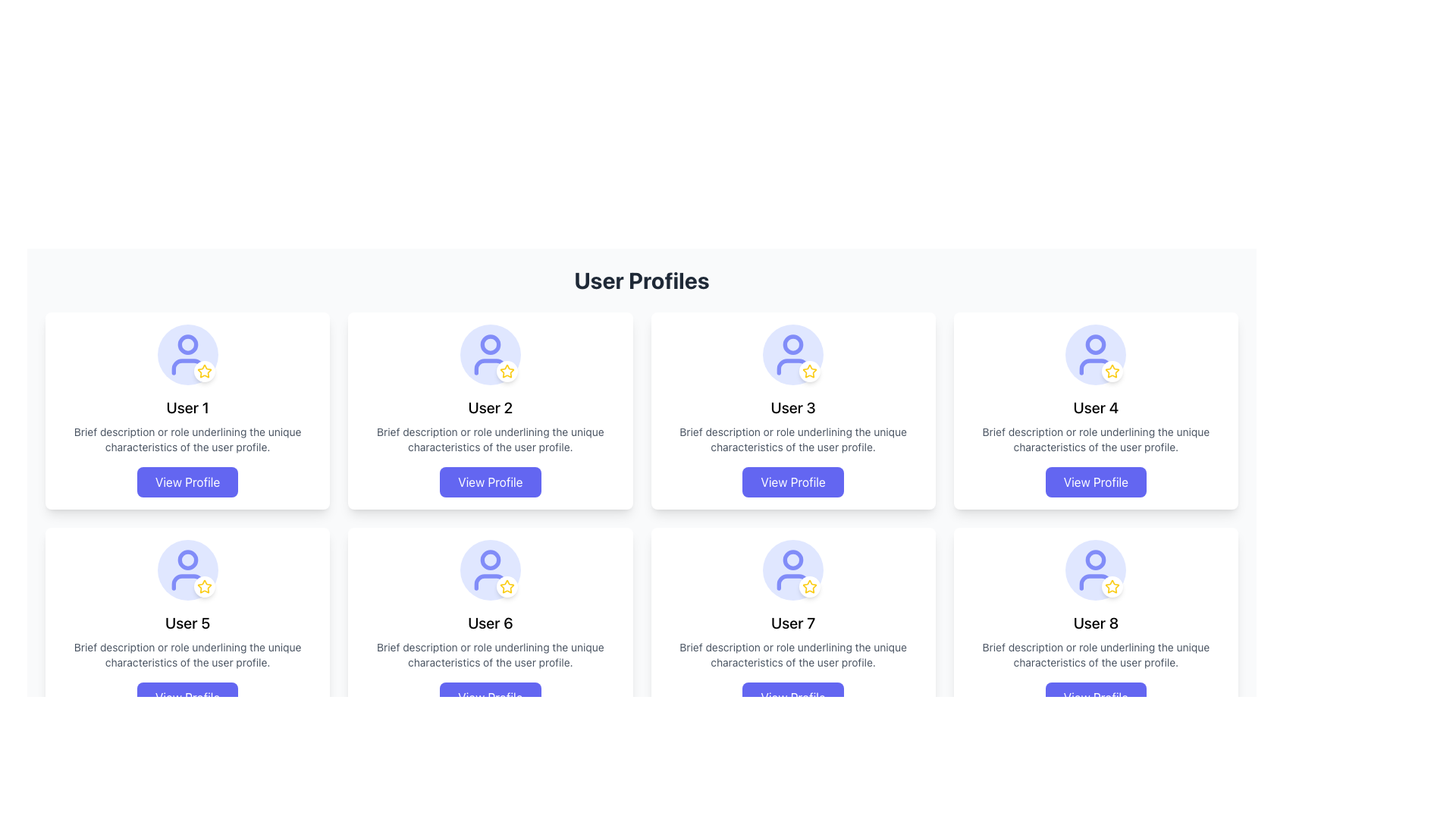  I want to click on the circular decorative shape within the user profile icon located in the first row, second position of the user profiles grid, so click(187, 344).